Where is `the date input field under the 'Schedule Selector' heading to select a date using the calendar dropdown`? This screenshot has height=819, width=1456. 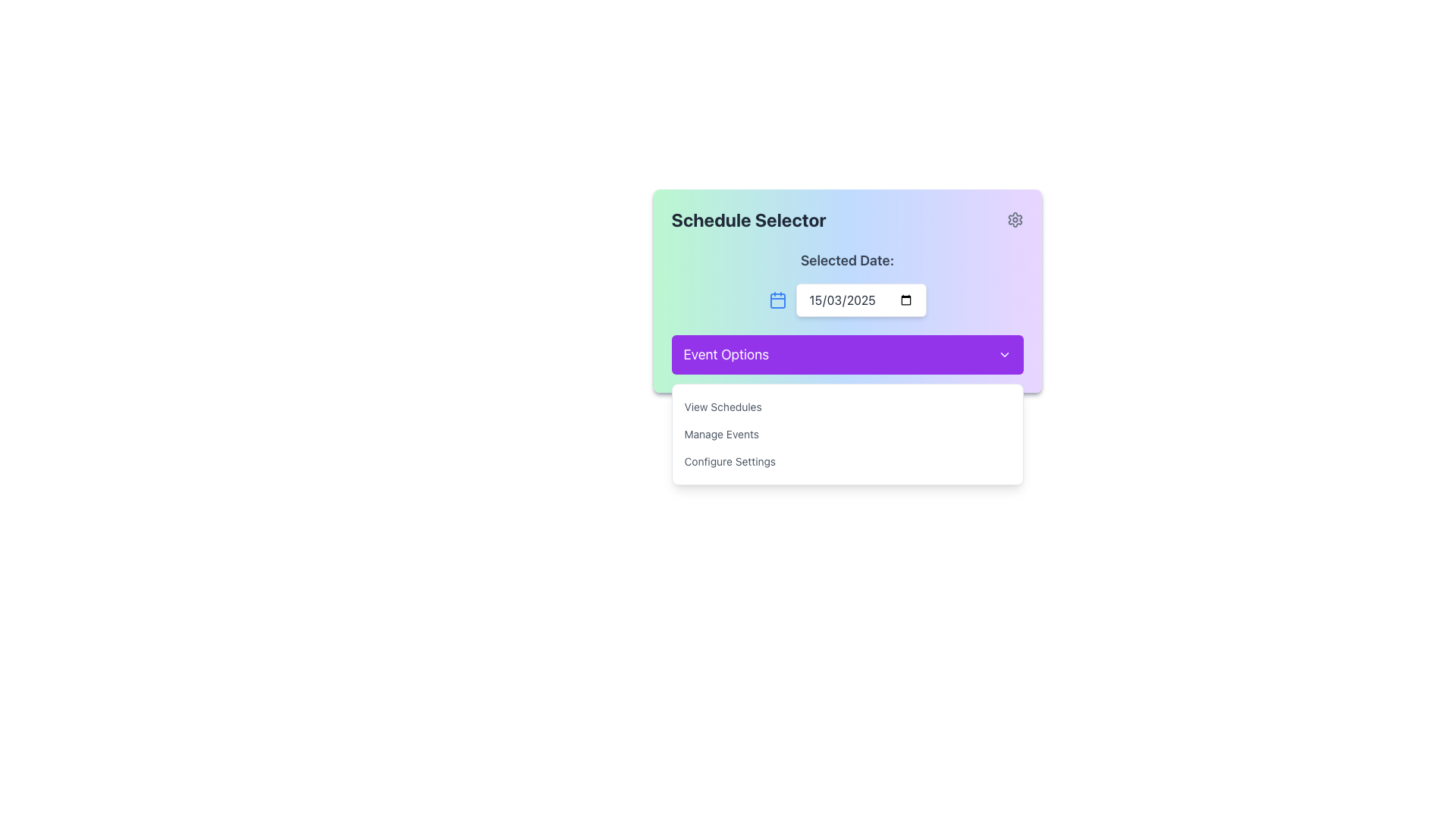 the date input field under the 'Schedule Selector' heading to select a date using the calendar dropdown is located at coordinates (846, 284).